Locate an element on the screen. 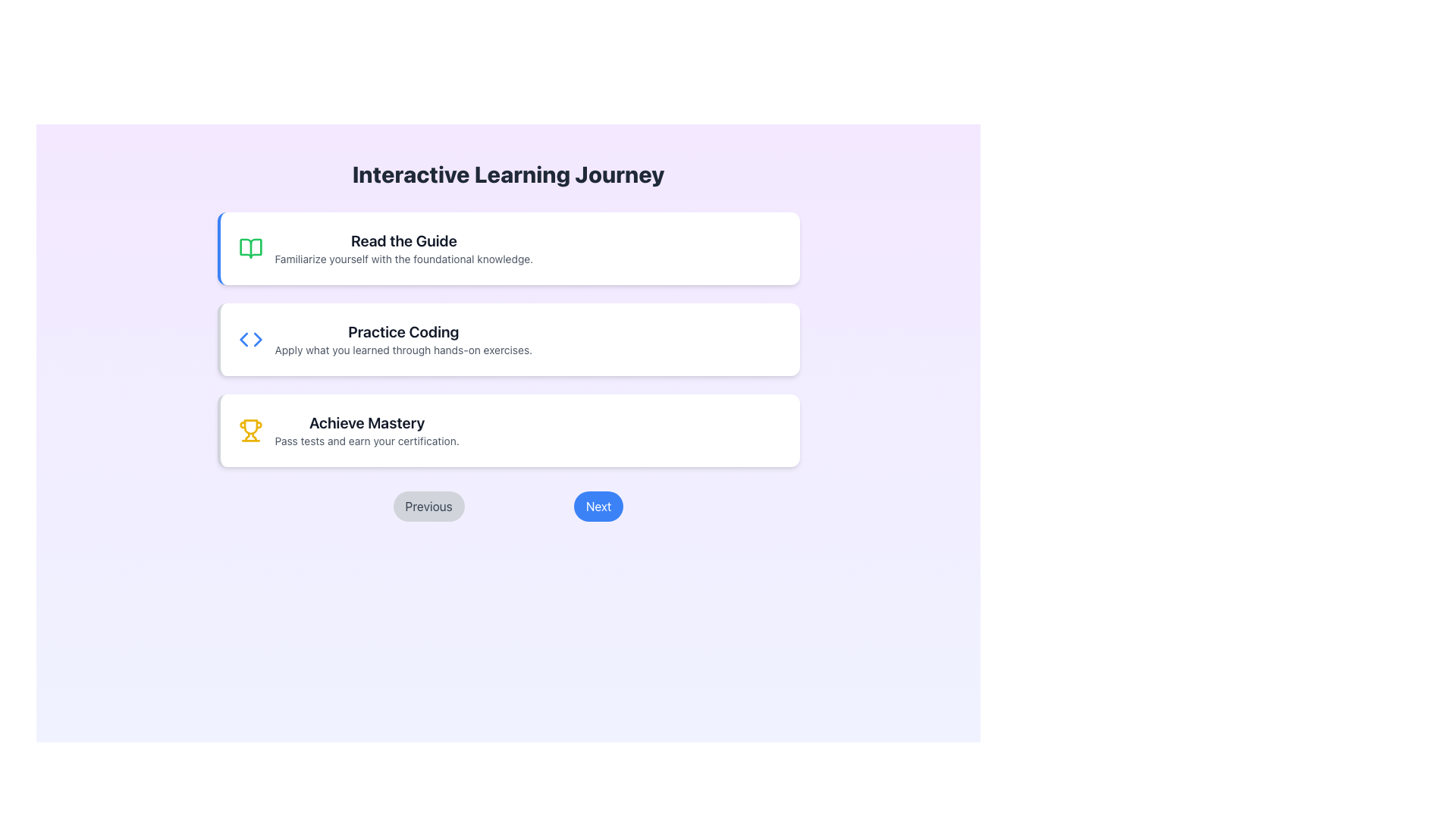  the text element that reads 'Familiarize yourself with the foundational knowledge.' It is styled in a smaller font size and grayer tone, located directly below the bold title 'Read the Guide' within the first card of the interface is located at coordinates (403, 259).